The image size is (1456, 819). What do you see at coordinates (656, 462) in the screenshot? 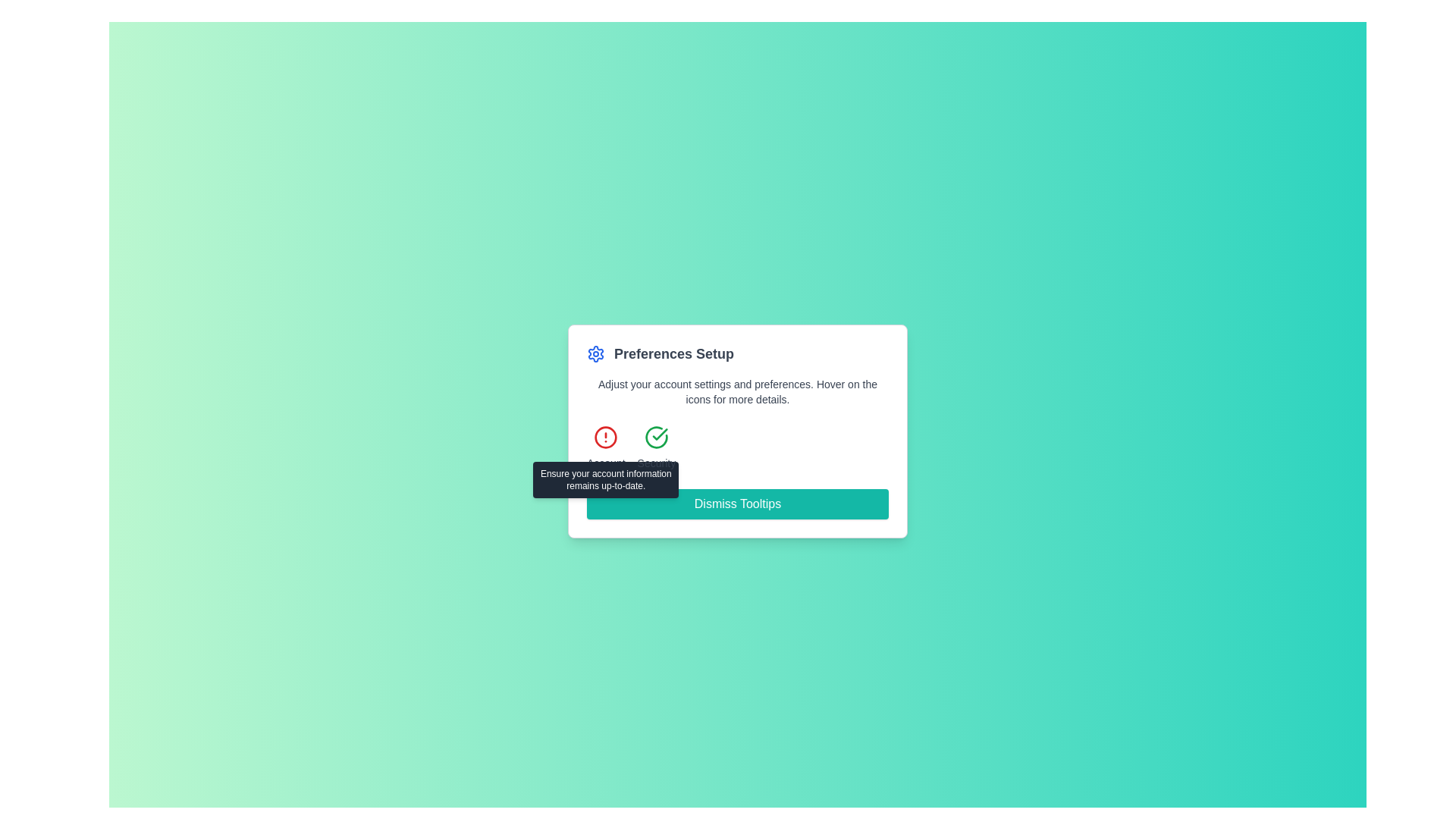
I see `the Text Label that describes the preceding icon, which indicates a security-related feature or status, located below a green checkmark in a white dialog box` at bounding box center [656, 462].